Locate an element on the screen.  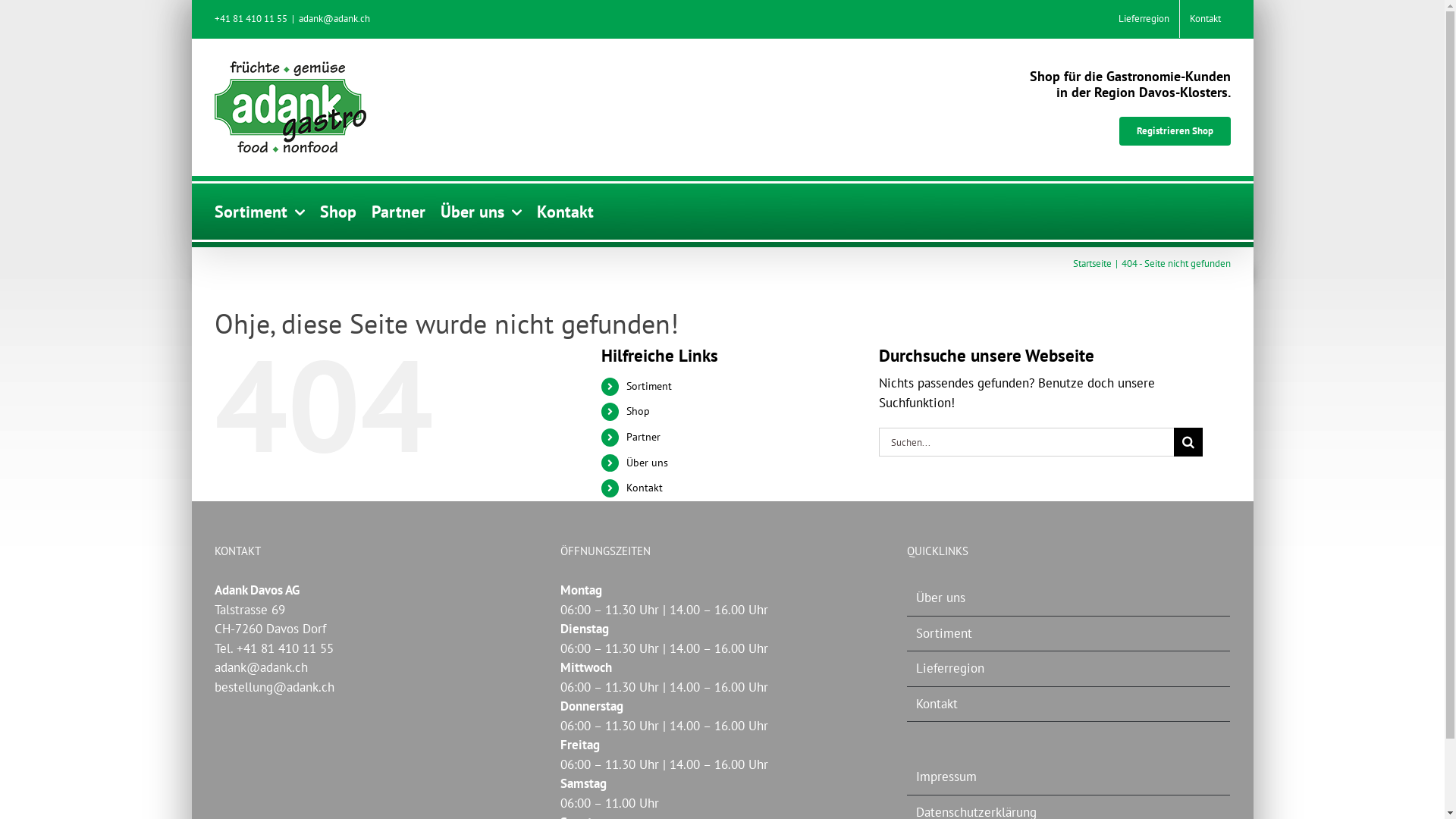
'adank@adank.ch' is located at coordinates (213, 666).